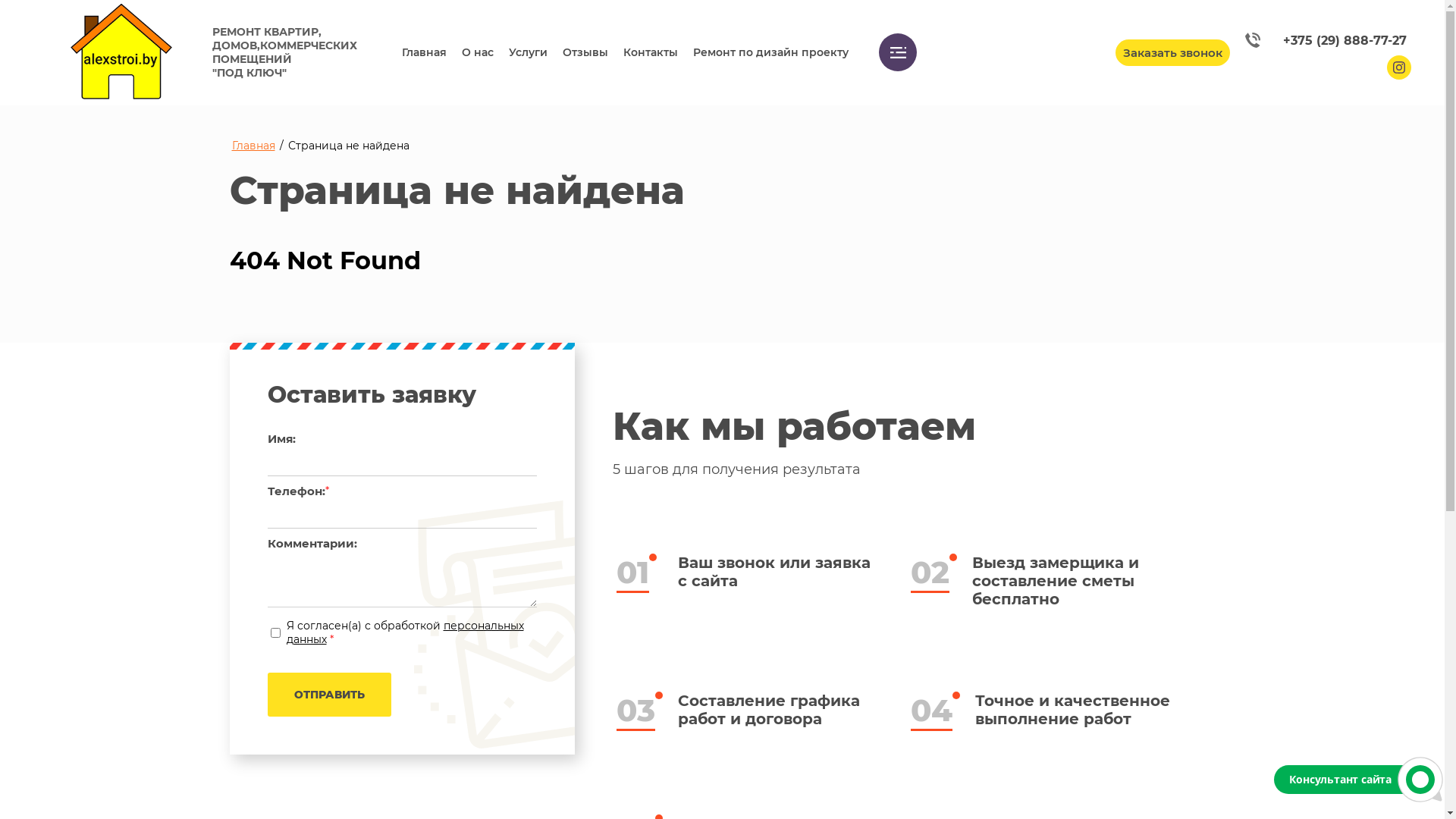 The height and width of the screenshot is (819, 1456). Describe the element at coordinates (1325, 39) in the screenshot. I see `'+375 (29) 888-77-27'` at that location.